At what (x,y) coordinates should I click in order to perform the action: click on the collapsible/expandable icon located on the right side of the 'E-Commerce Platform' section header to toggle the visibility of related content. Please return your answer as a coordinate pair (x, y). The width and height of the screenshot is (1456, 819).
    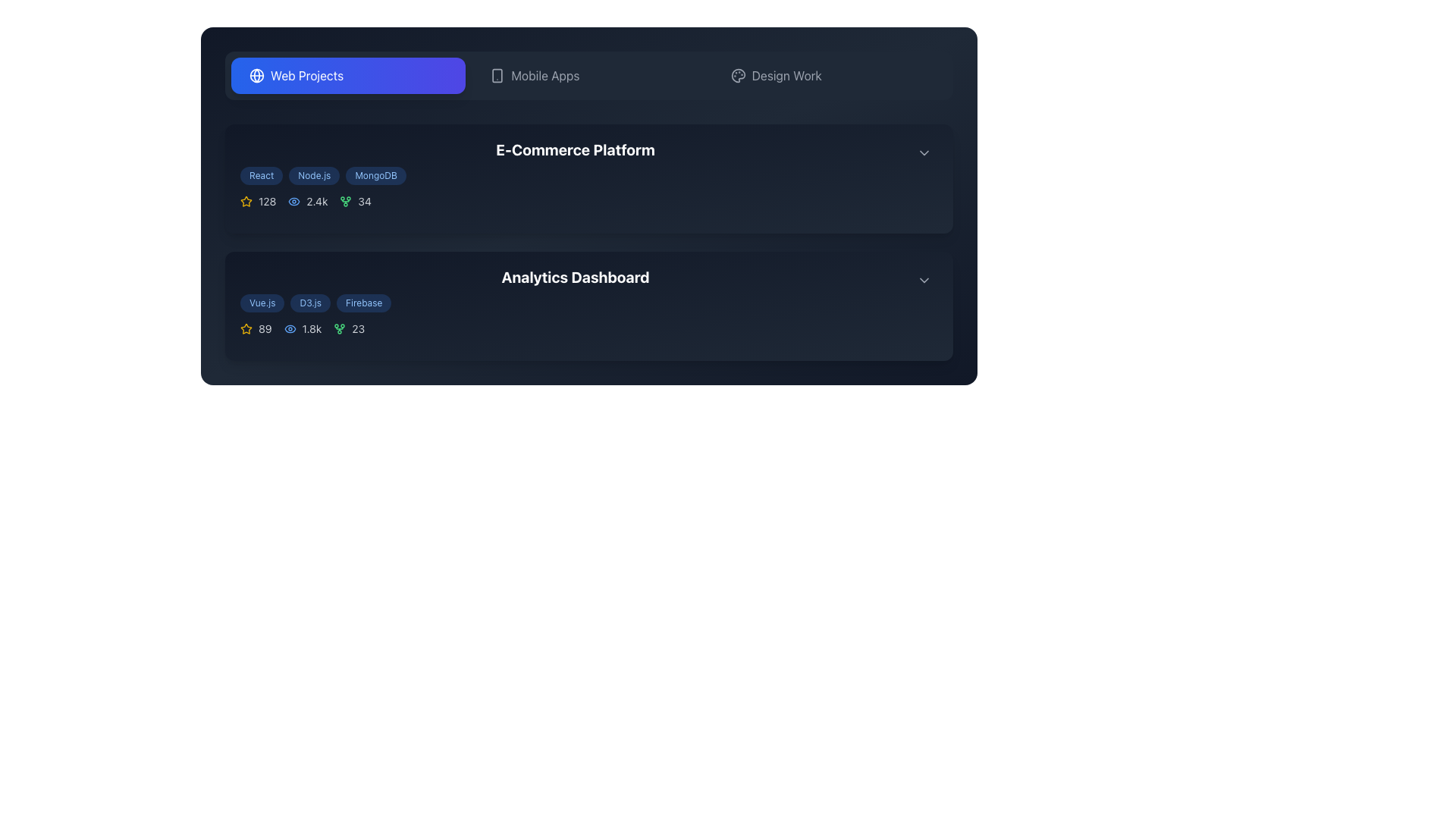
    Looking at the image, I should click on (924, 152).